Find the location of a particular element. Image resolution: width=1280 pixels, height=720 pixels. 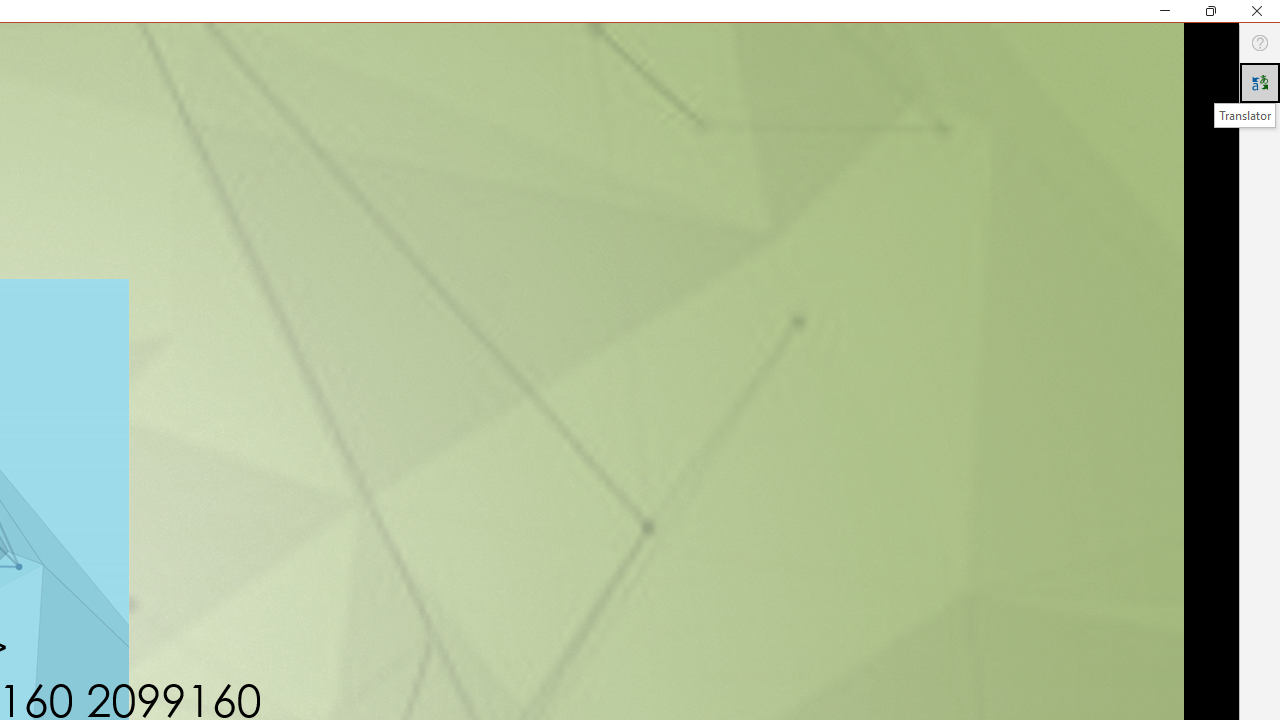

'Translator' is located at coordinates (1243, 115).